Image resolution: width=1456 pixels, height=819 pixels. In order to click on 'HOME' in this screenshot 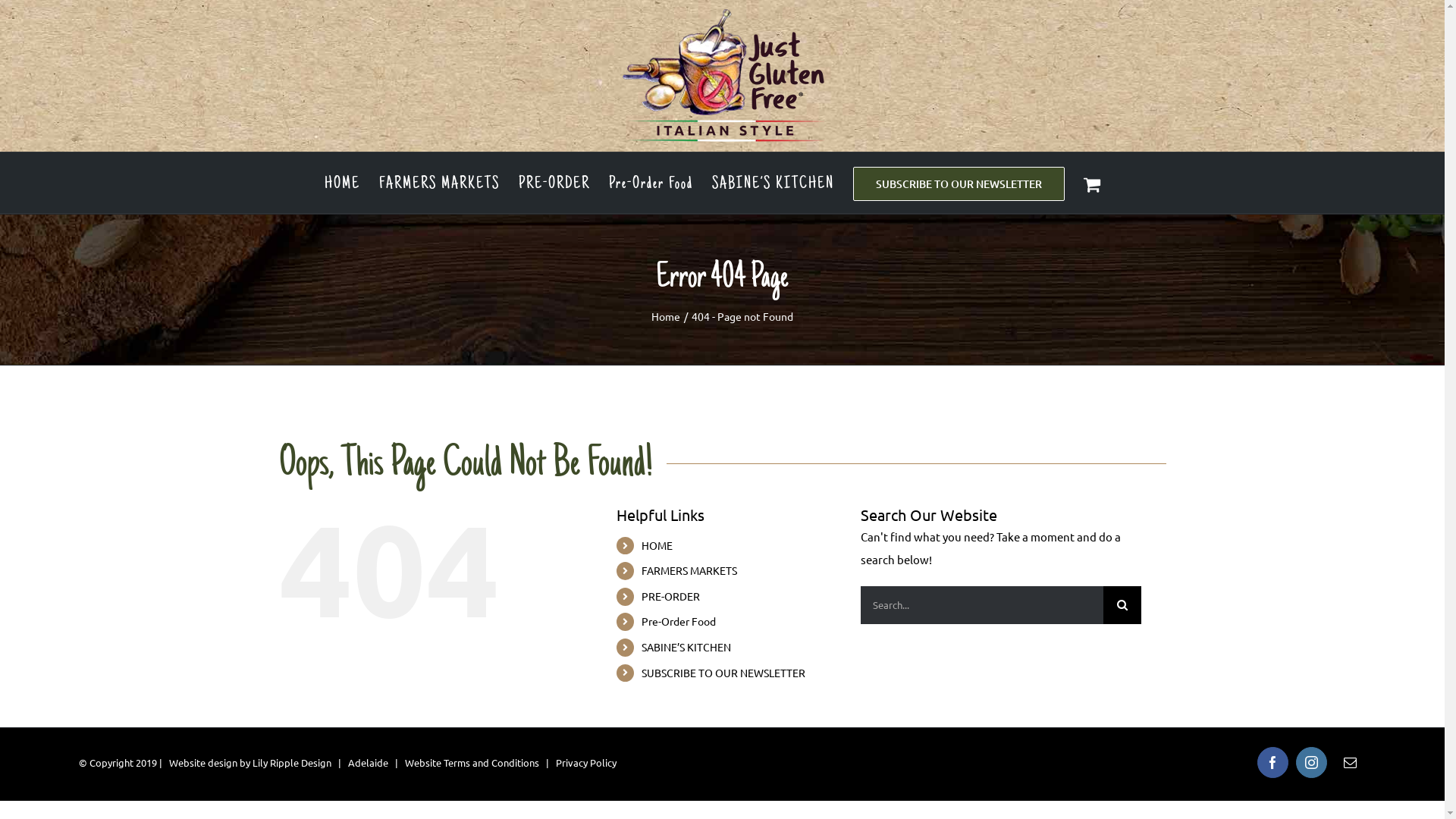, I will do `click(657, 544)`.